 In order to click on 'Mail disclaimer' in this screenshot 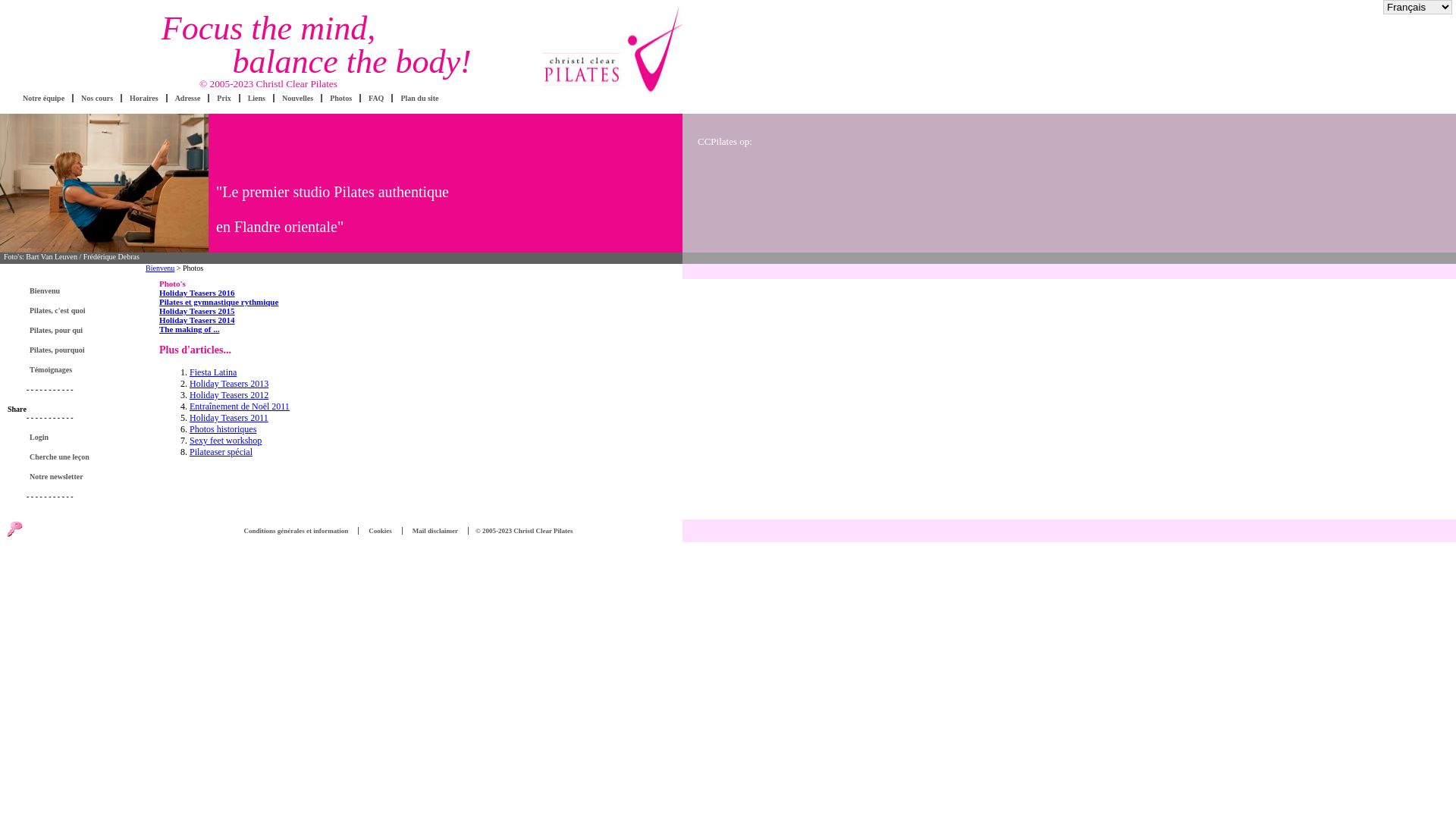, I will do `click(435, 529)`.